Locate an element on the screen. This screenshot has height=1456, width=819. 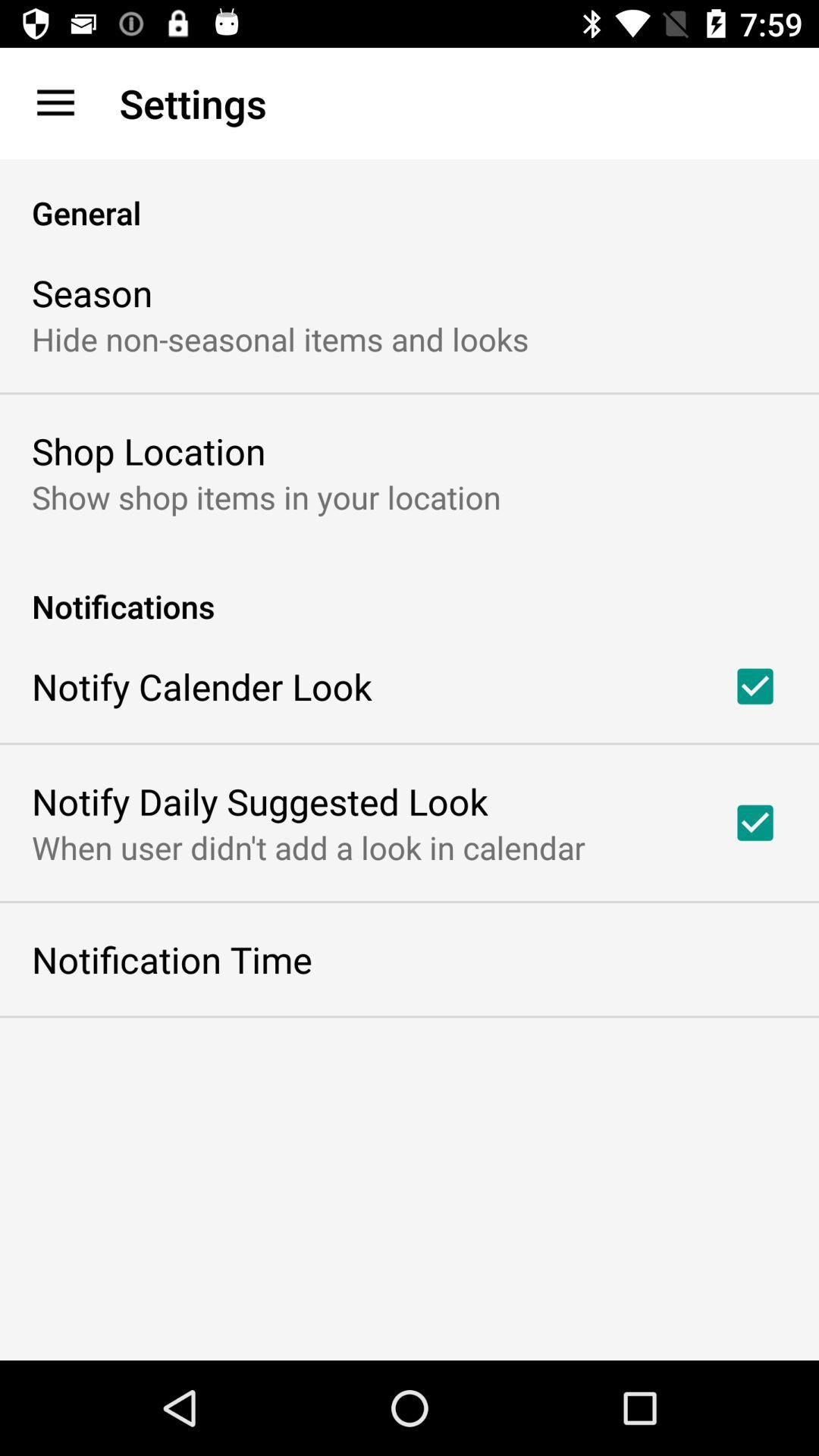
the item above notify daily suggested icon is located at coordinates (201, 686).